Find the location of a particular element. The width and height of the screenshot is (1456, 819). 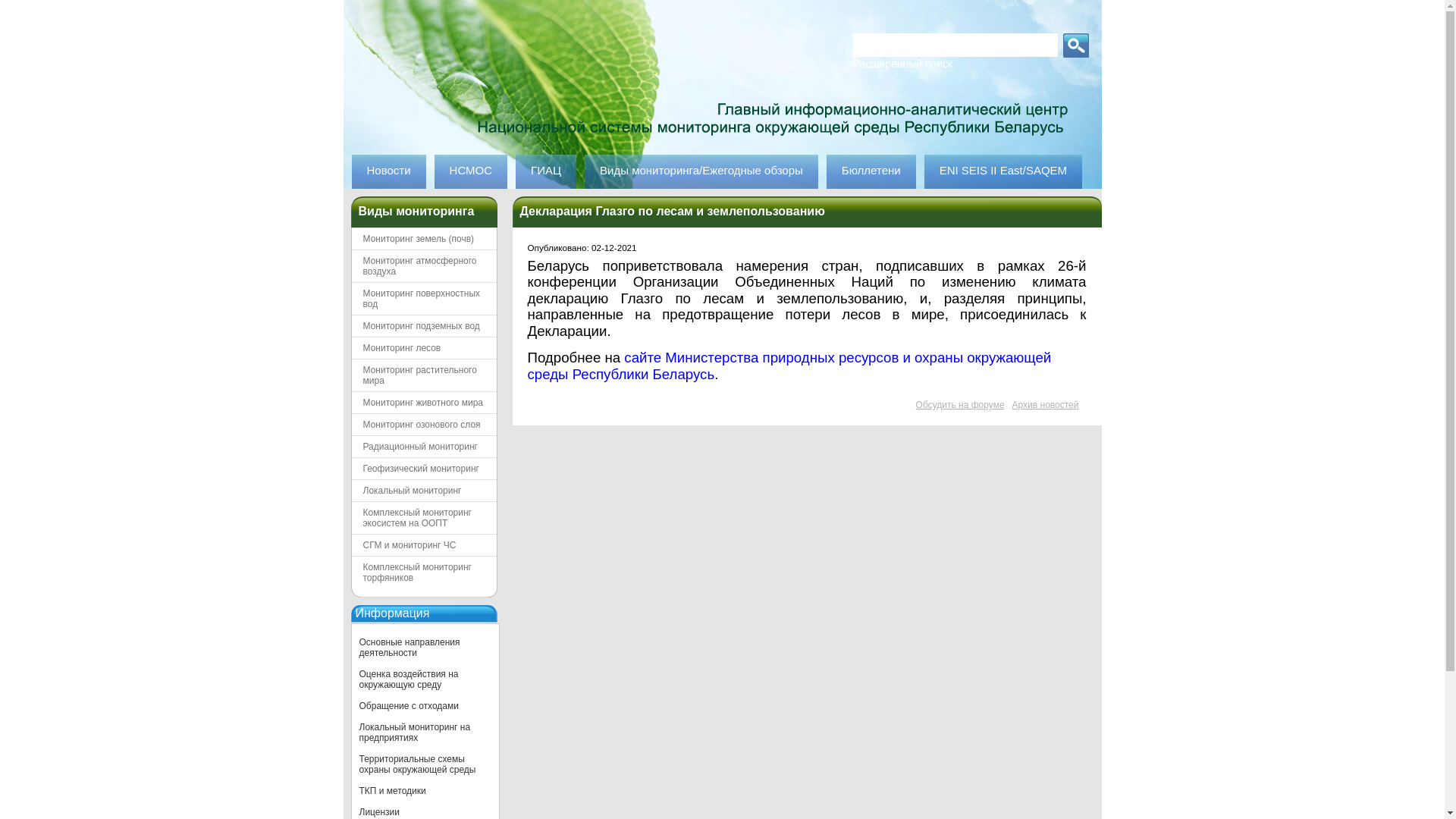

'ENI SEIS II East/SAQEM' is located at coordinates (924, 171).